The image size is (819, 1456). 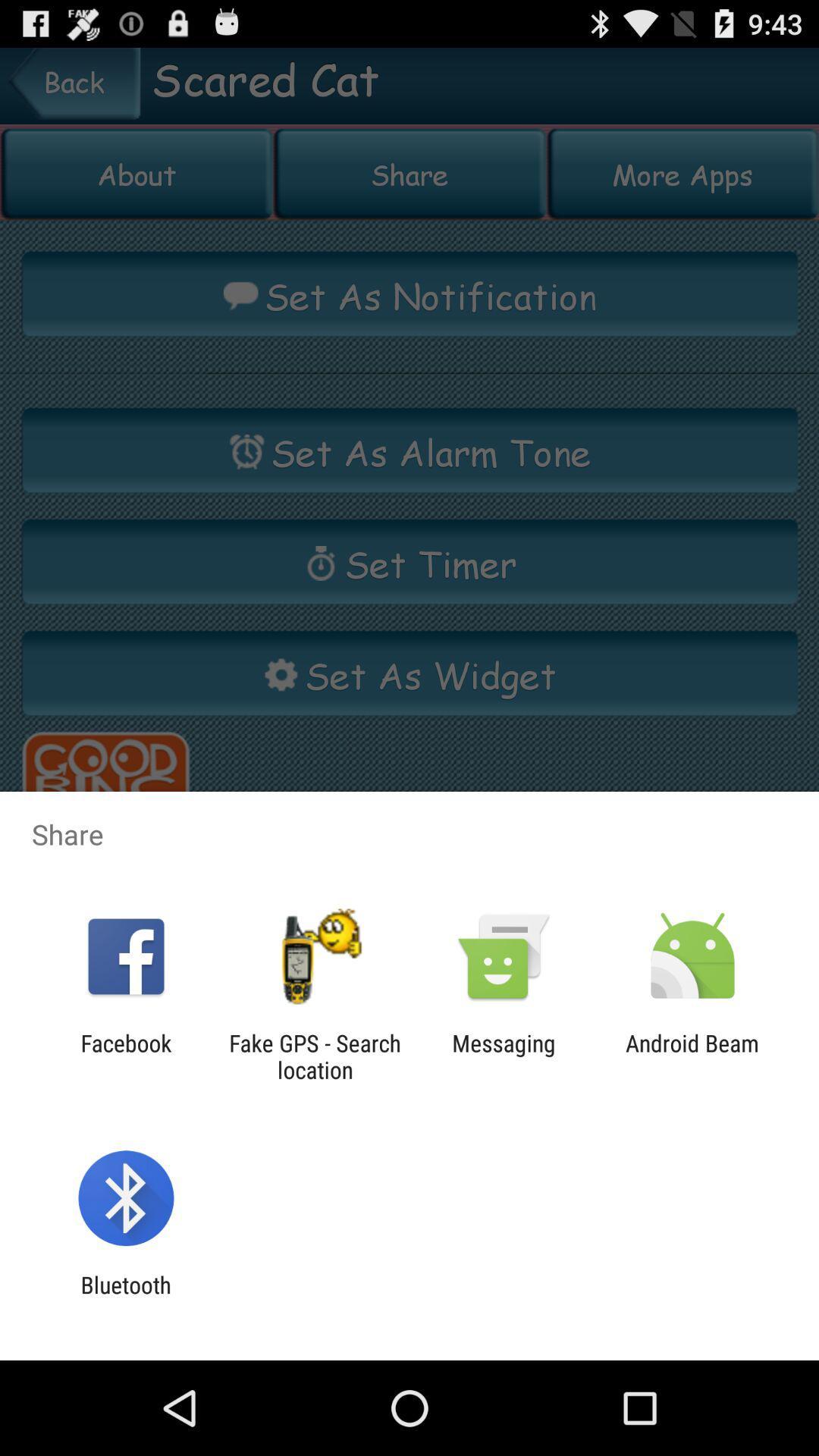 What do you see at coordinates (504, 1056) in the screenshot?
I see `messaging icon` at bounding box center [504, 1056].